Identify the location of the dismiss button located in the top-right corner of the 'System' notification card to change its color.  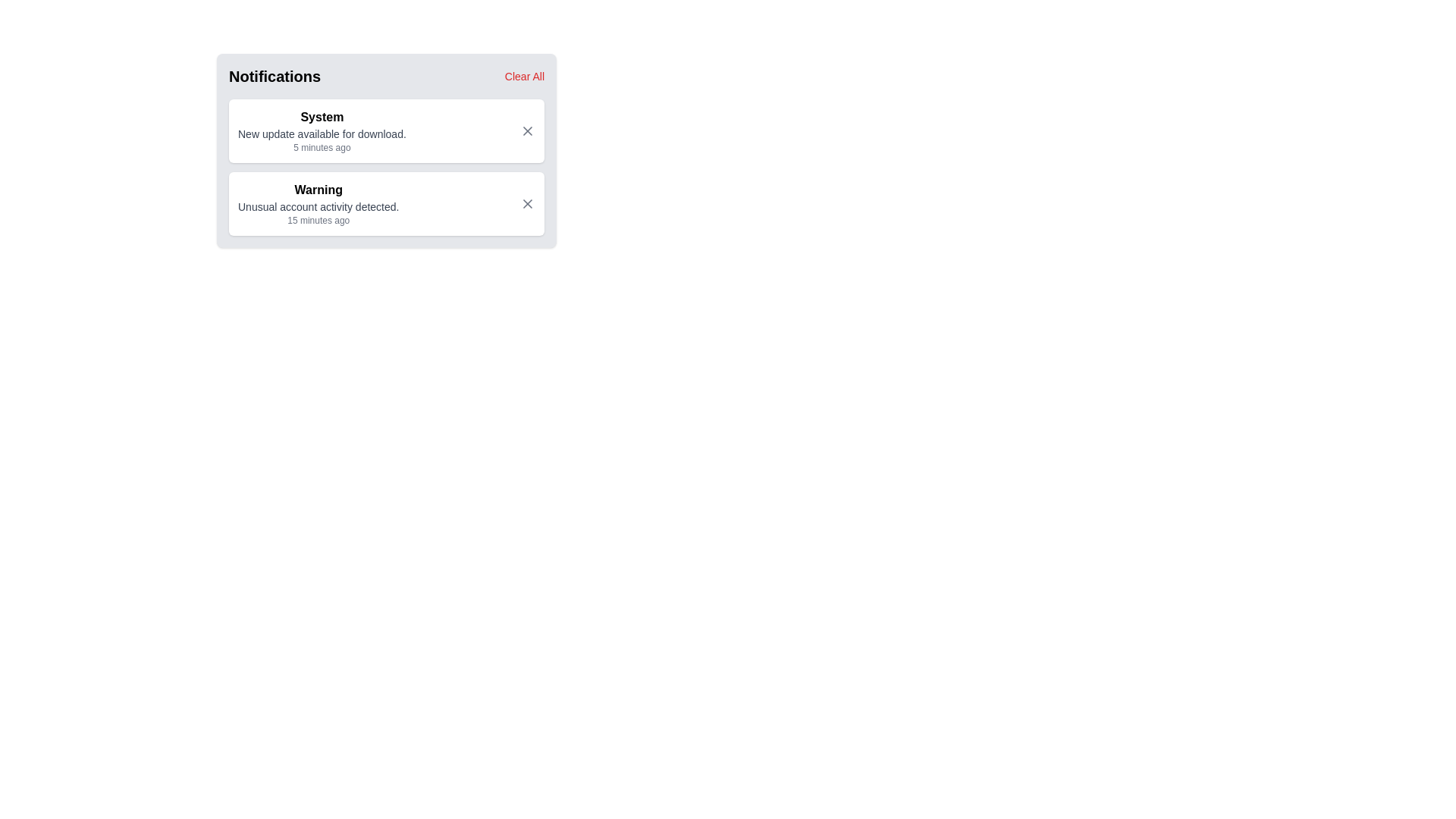
(528, 130).